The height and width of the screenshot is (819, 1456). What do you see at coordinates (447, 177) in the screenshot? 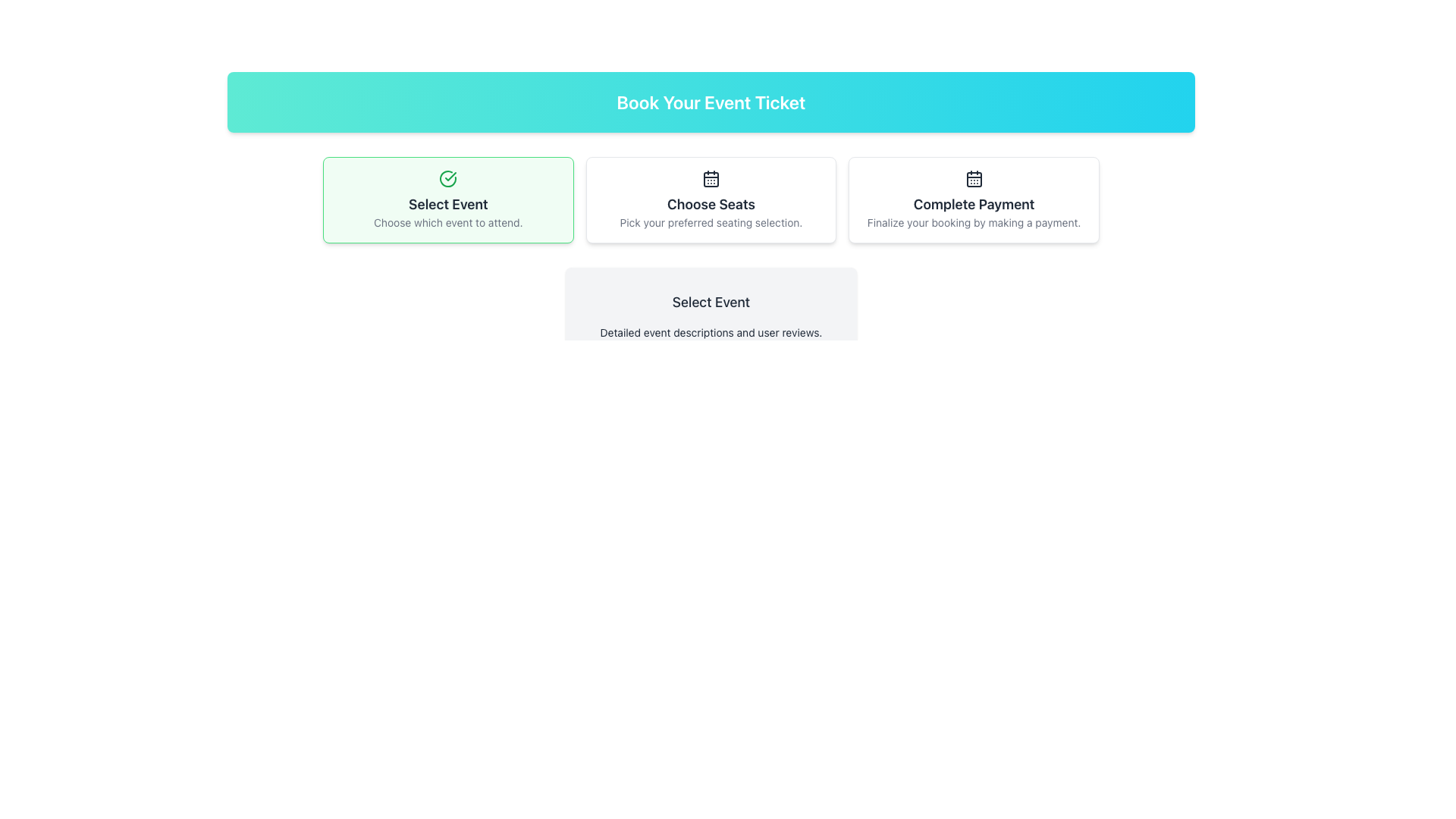
I see `the decorative confirmation icon centered at the top section of the 'Select Event' card, which is located directly above the text contents` at bounding box center [447, 177].